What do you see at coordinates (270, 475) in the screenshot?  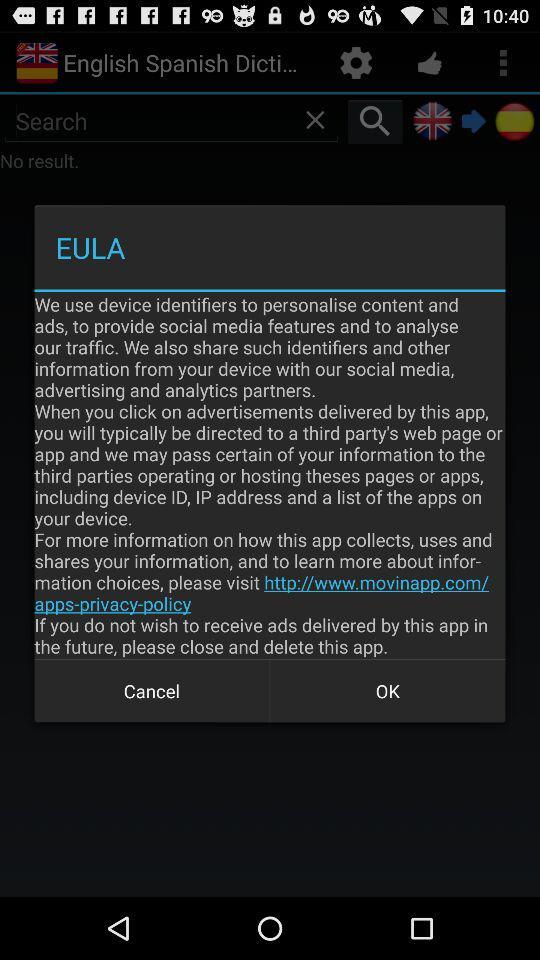 I see `item above the cancel item` at bounding box center [270, 475].